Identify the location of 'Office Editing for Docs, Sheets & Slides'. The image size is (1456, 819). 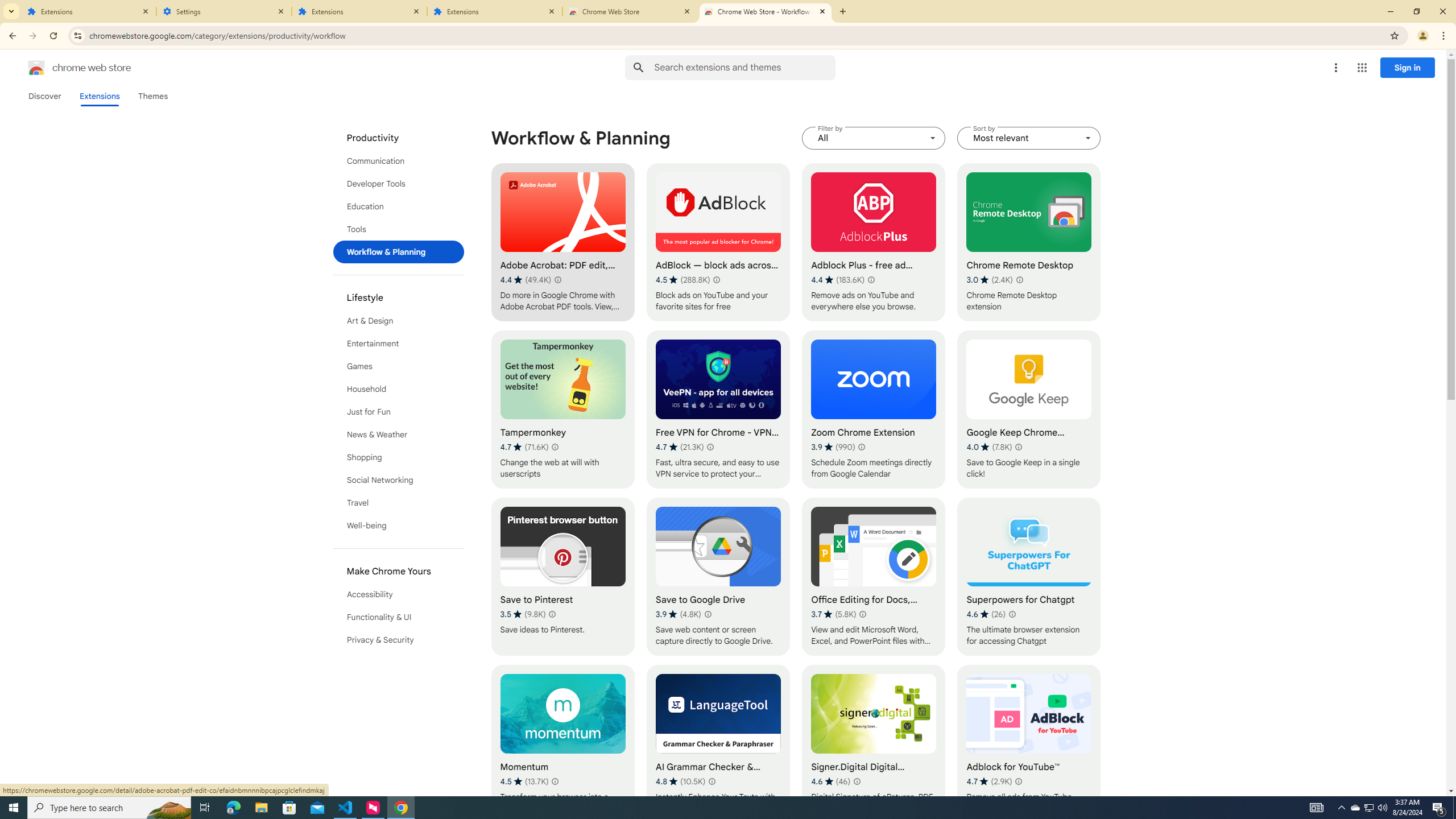
(874, 577).